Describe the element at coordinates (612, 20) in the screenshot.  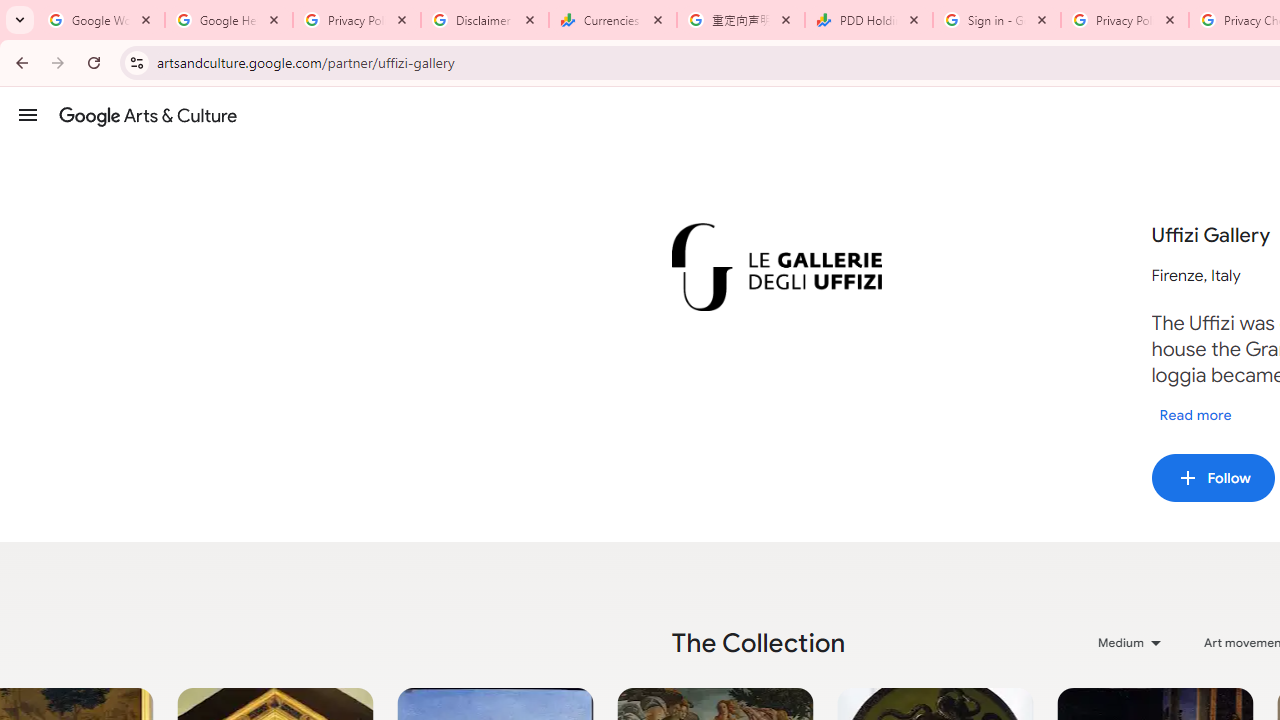
I see `'Currencies - Google Finance'` at that location.